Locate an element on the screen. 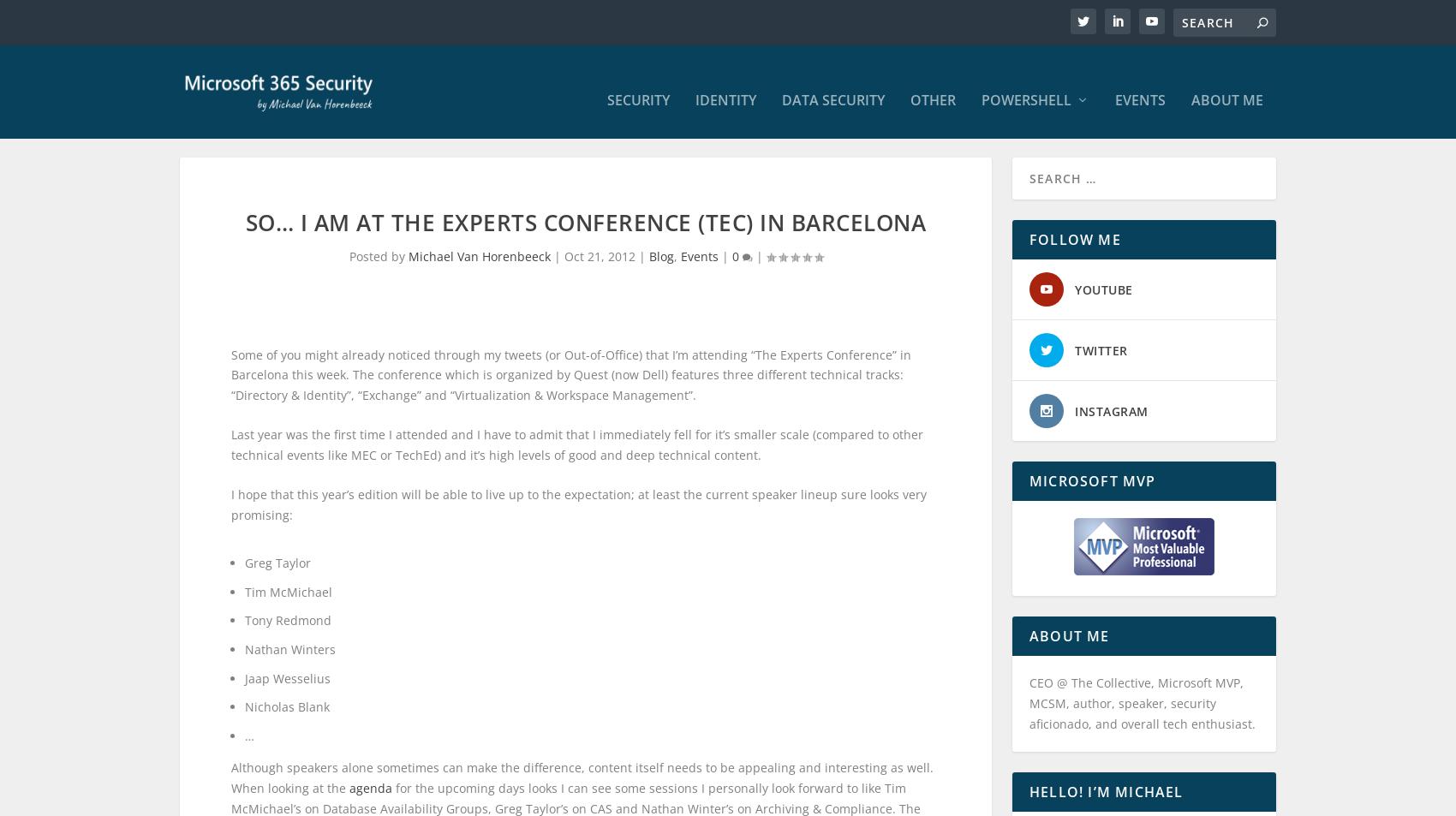 Image resolution: width=1456 pixels, height=816 pixels. 'Exchange Server Component States' is located at coordinates (990, 507).